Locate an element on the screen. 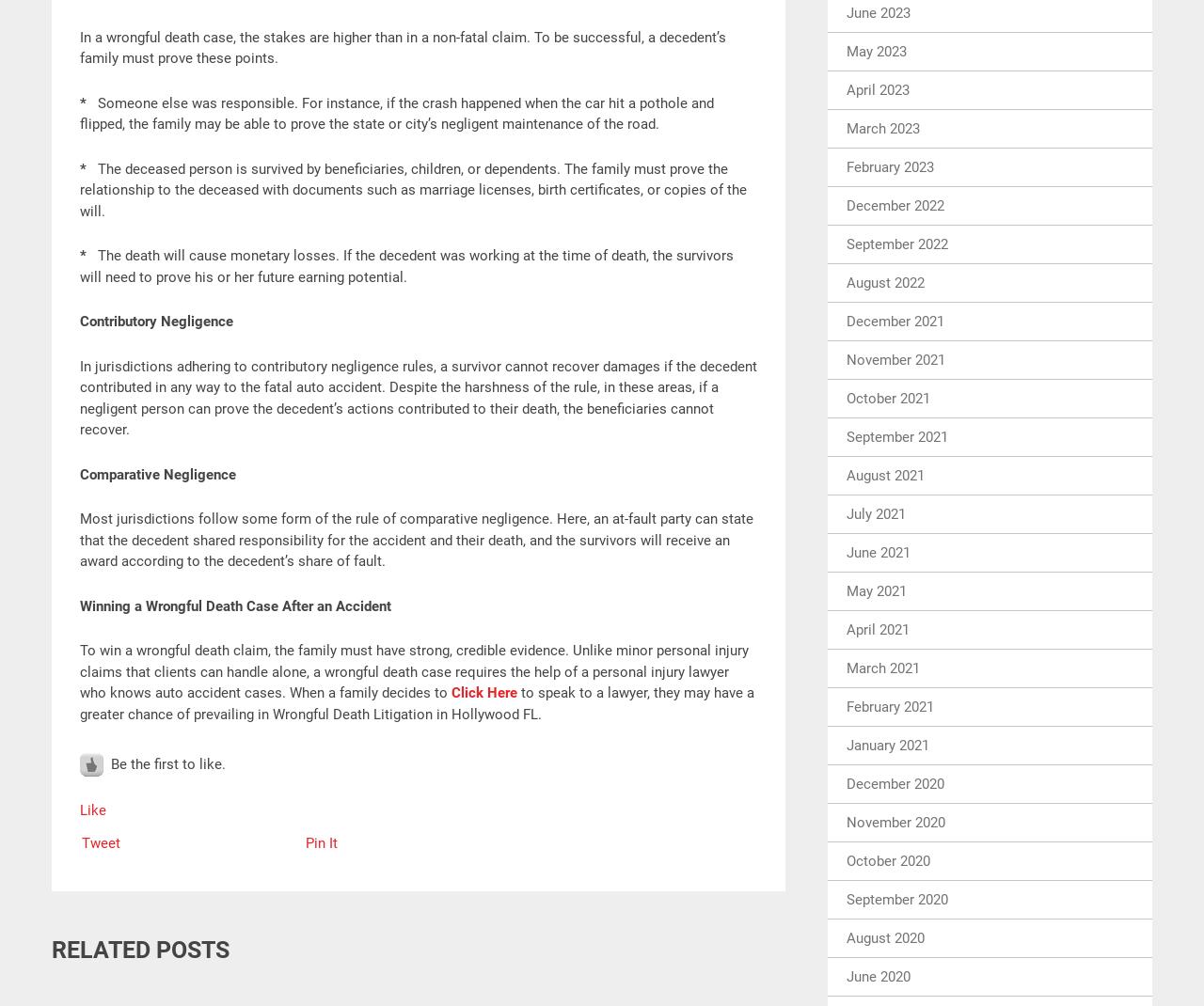 The image size is (1204, 1006). 'October 2021' is located at coordinates (887, 396).